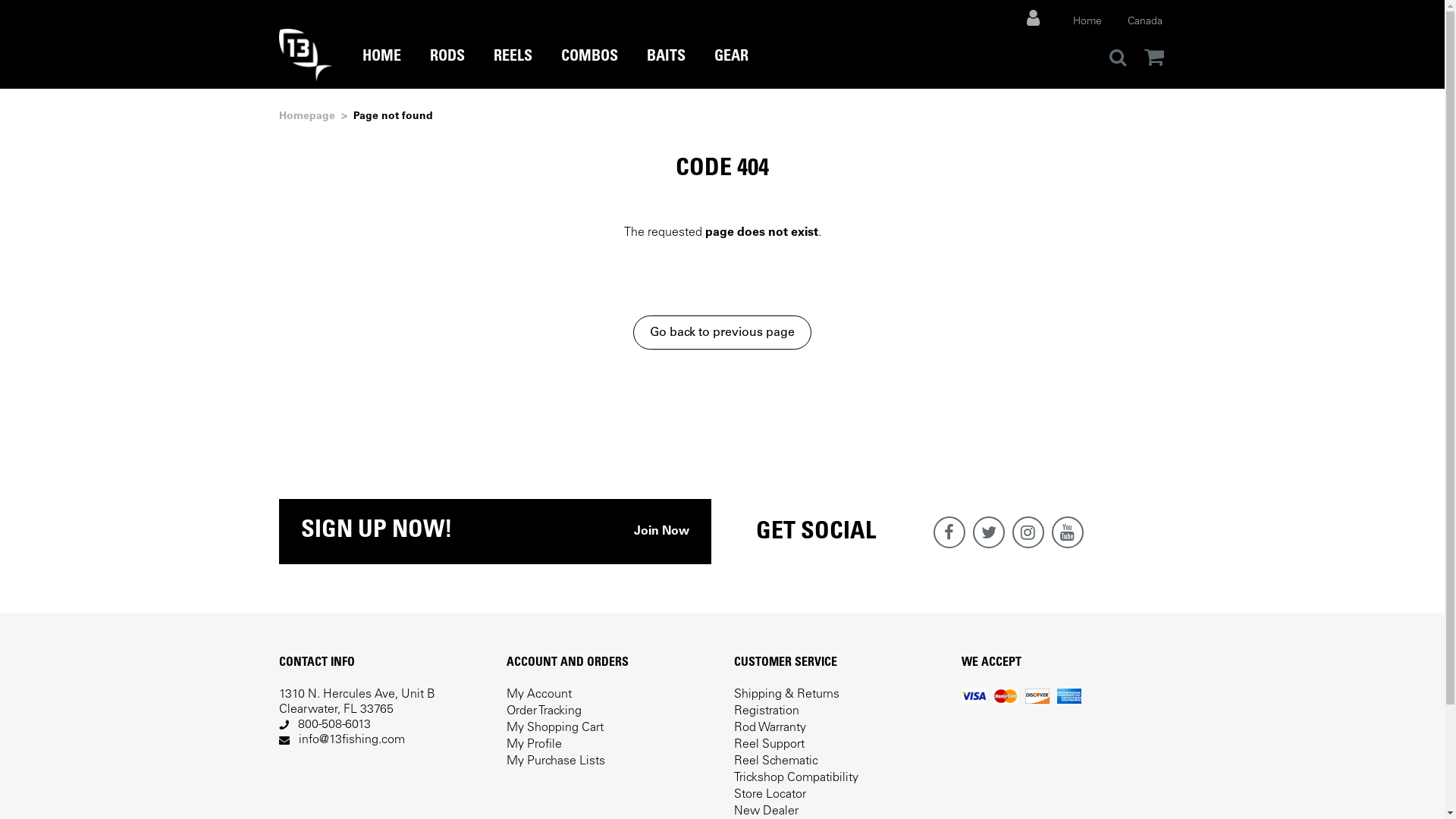 The image size is (1456, 819). I want to click on 'Canada', so click(1144, 22).